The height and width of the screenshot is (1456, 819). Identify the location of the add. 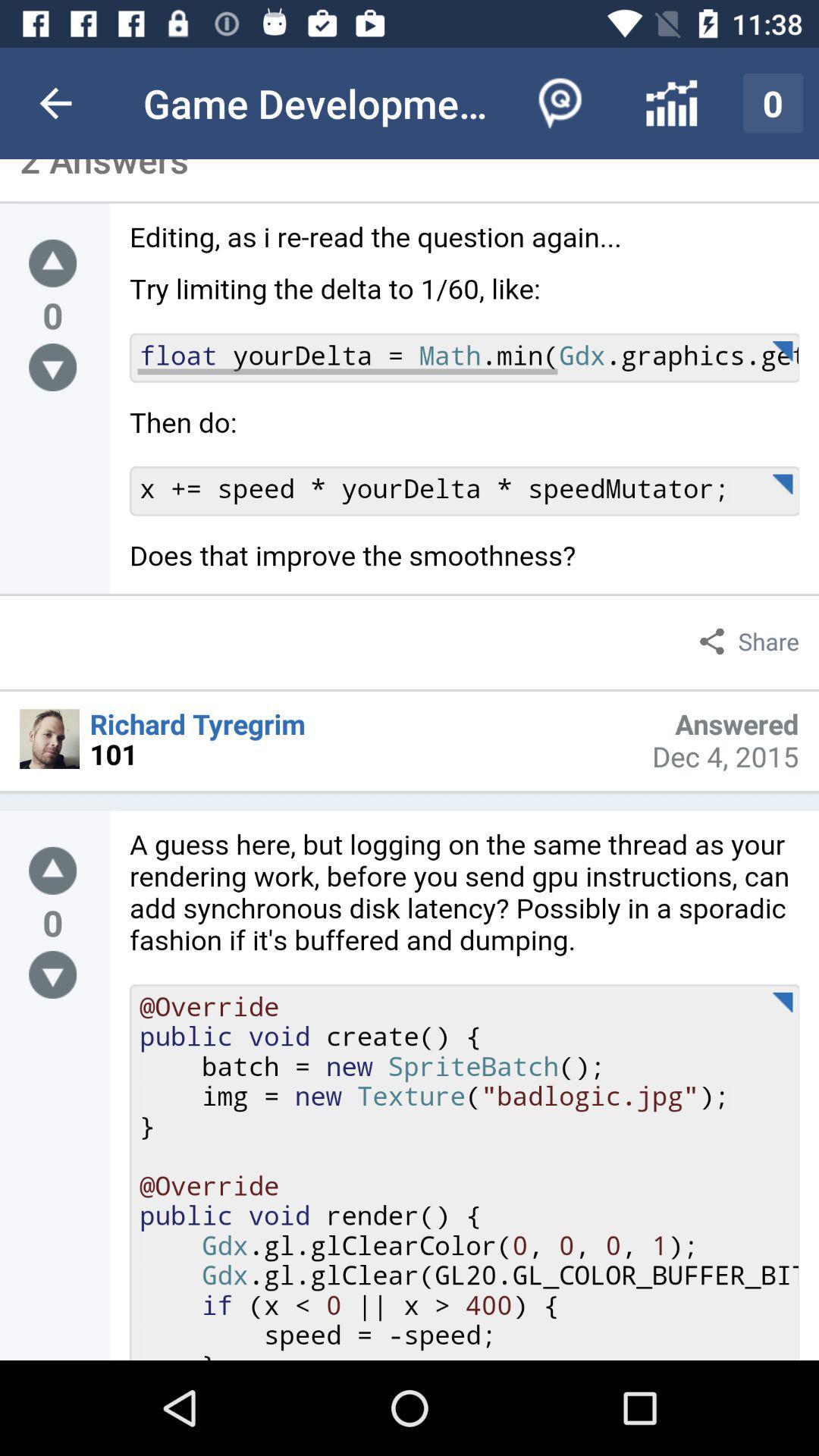
(52, 263).